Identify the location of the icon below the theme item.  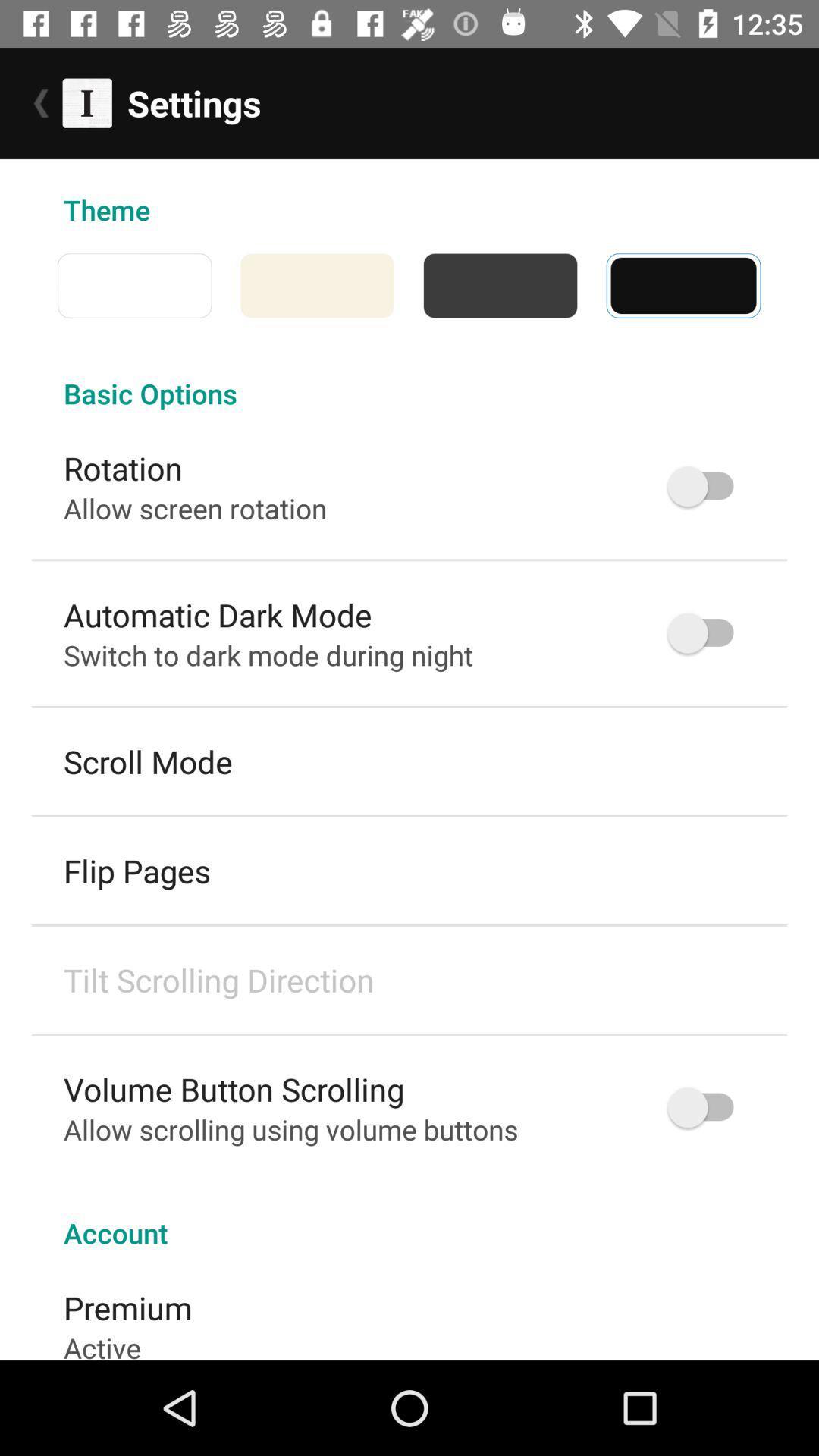
(42, 285).